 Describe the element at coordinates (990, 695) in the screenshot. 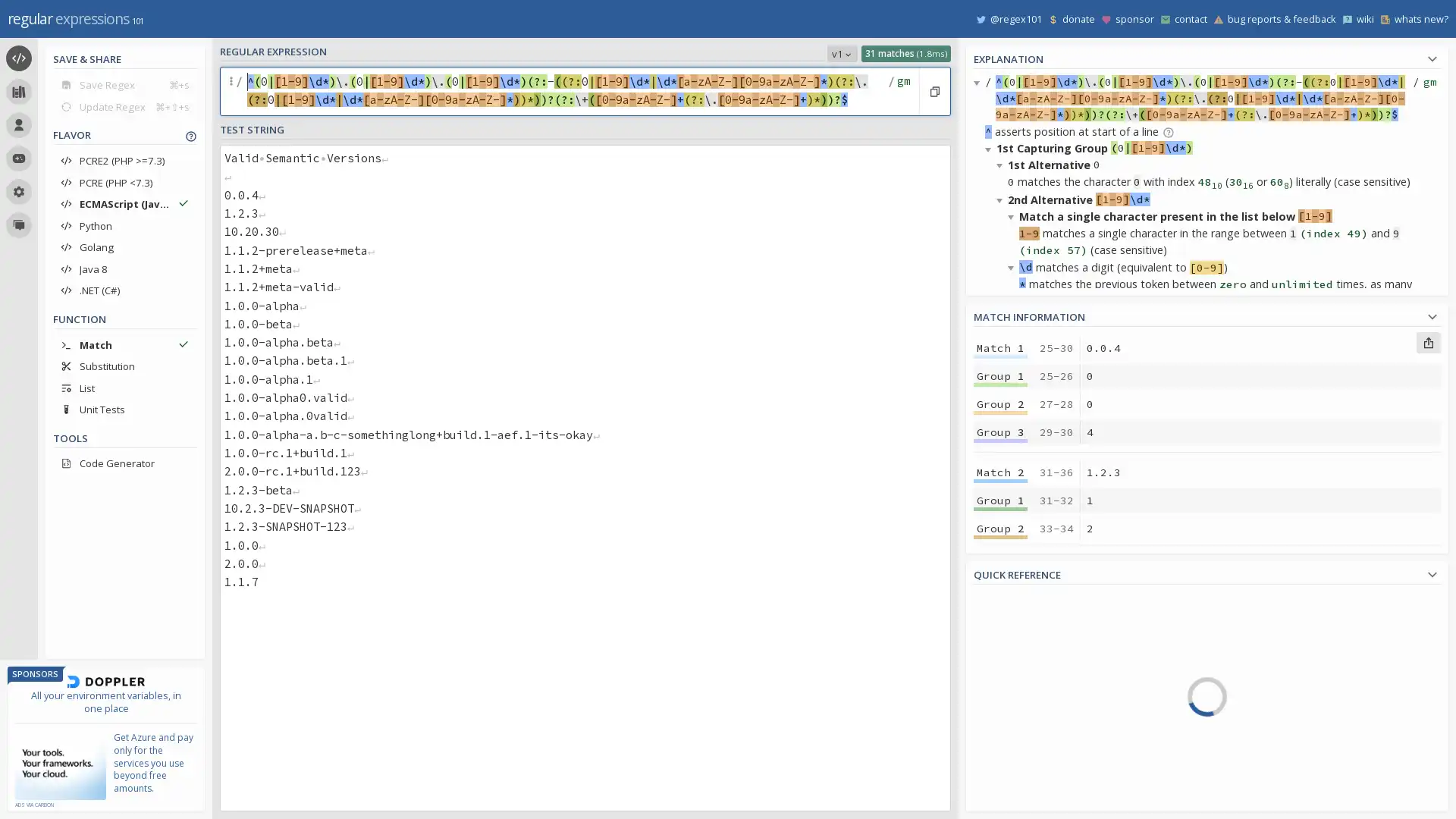

I see `Collapse Subtree` at that location.